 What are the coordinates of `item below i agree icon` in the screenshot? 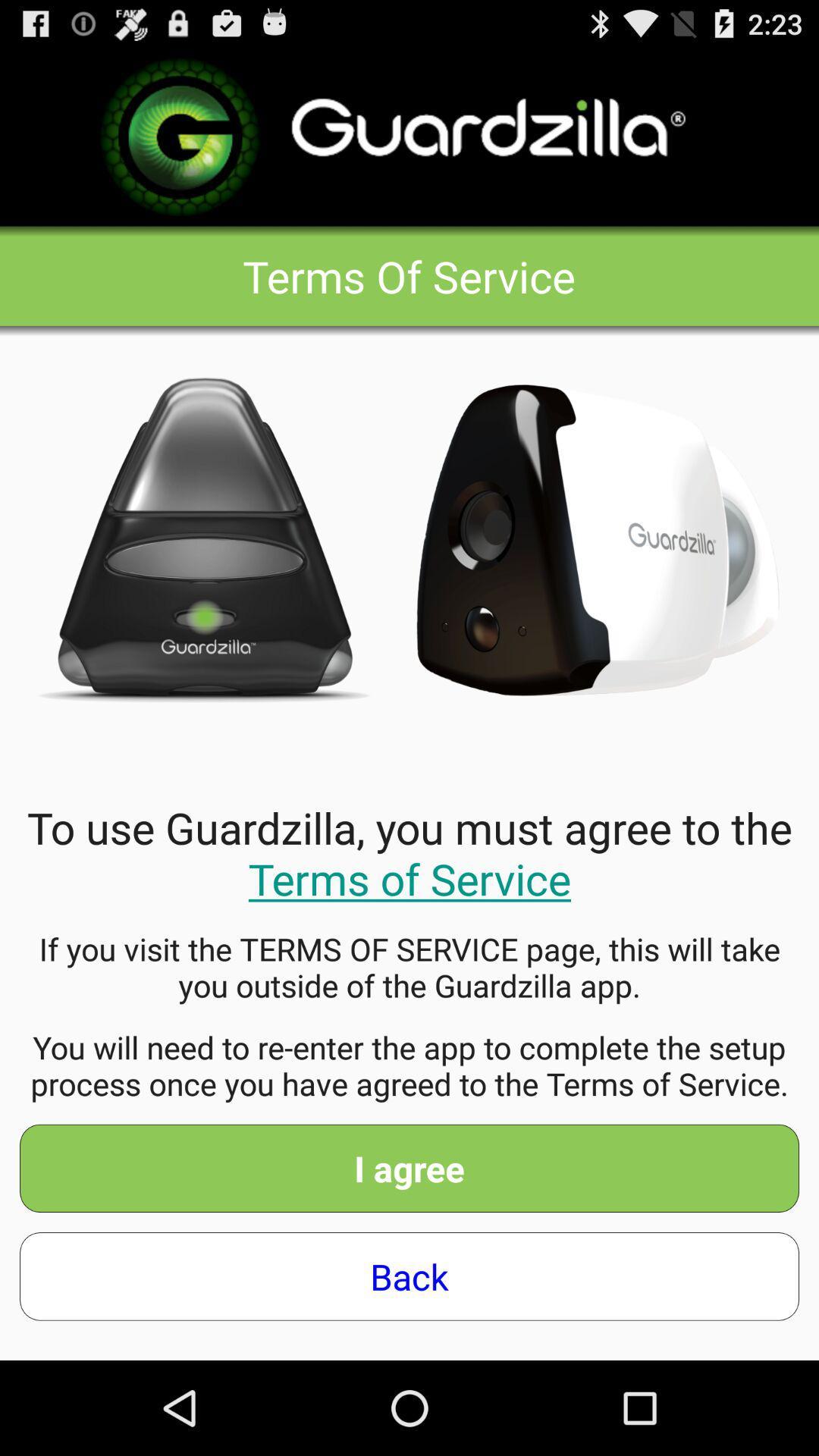 It's located at (409, 1276).